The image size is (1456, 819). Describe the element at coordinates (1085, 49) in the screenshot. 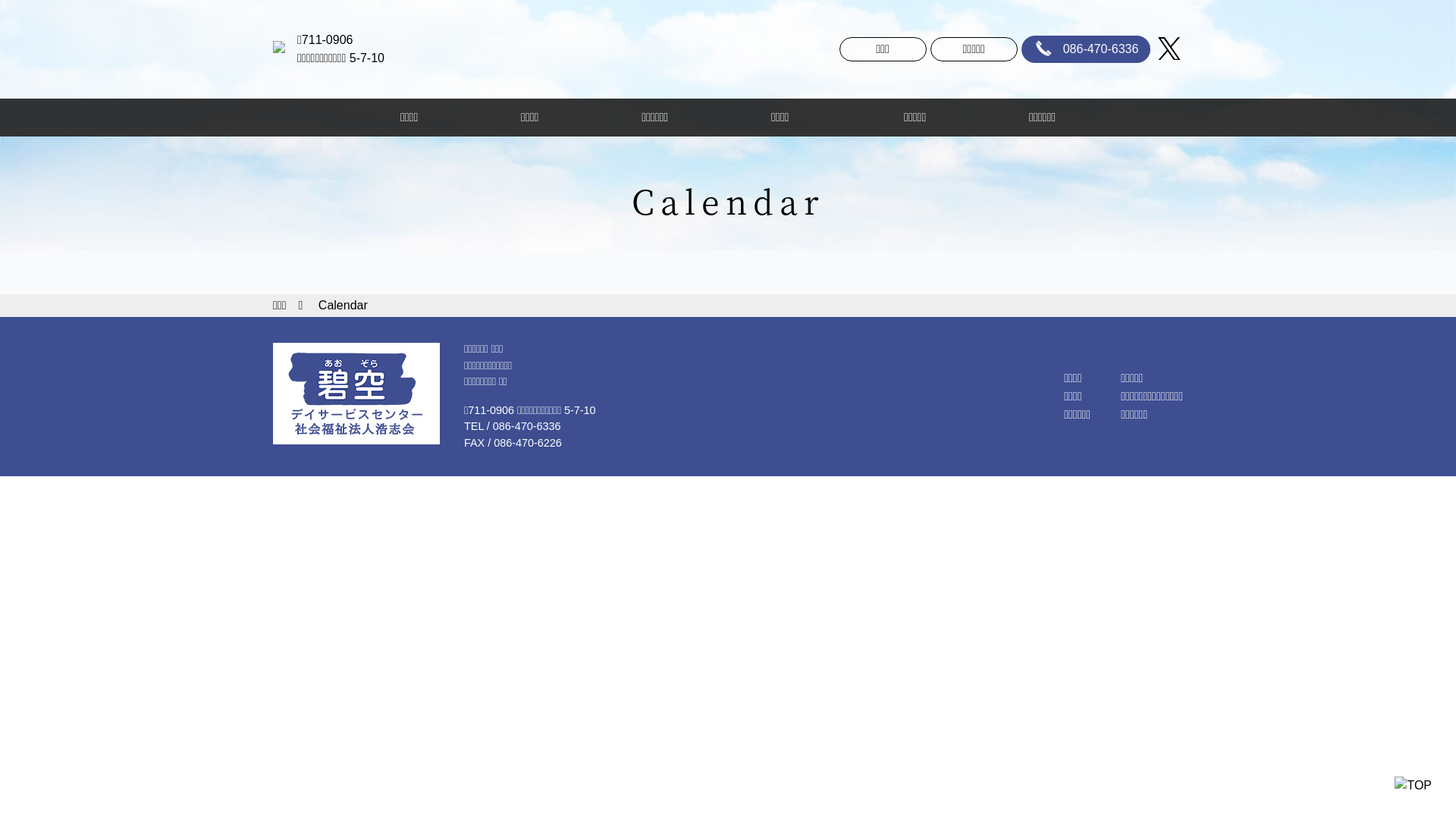

I see `'086-470-6336'` at that location.